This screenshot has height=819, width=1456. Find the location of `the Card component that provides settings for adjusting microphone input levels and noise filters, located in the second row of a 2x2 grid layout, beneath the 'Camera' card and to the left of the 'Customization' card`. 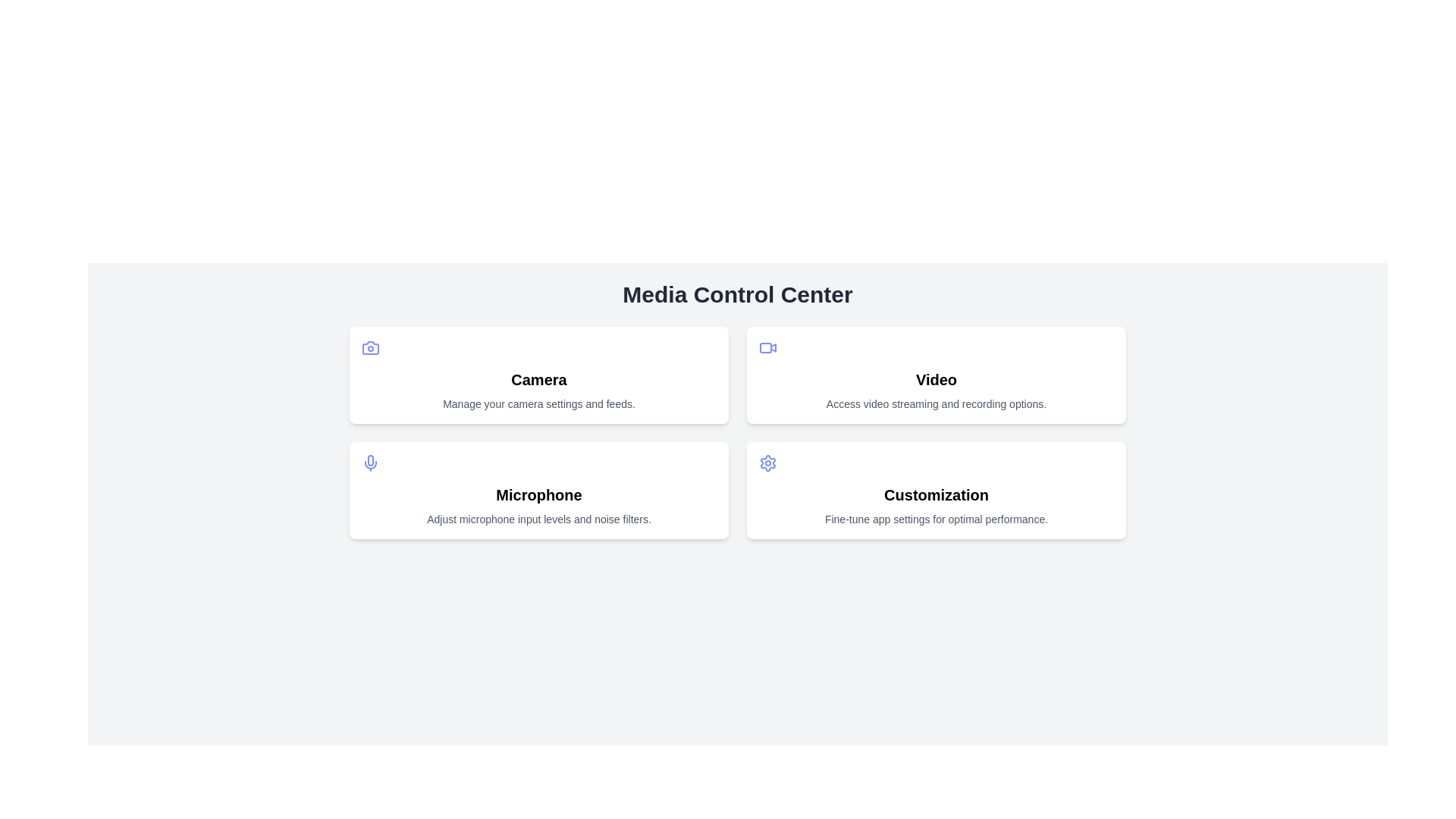

the Card component that provides settings for adjusting microphone input levels and noise filters, located in the second row of a 2x2 grid layout, beneath the 'Camera' card and to the left of the 'Customization' card is located at coordinates (538, 491).